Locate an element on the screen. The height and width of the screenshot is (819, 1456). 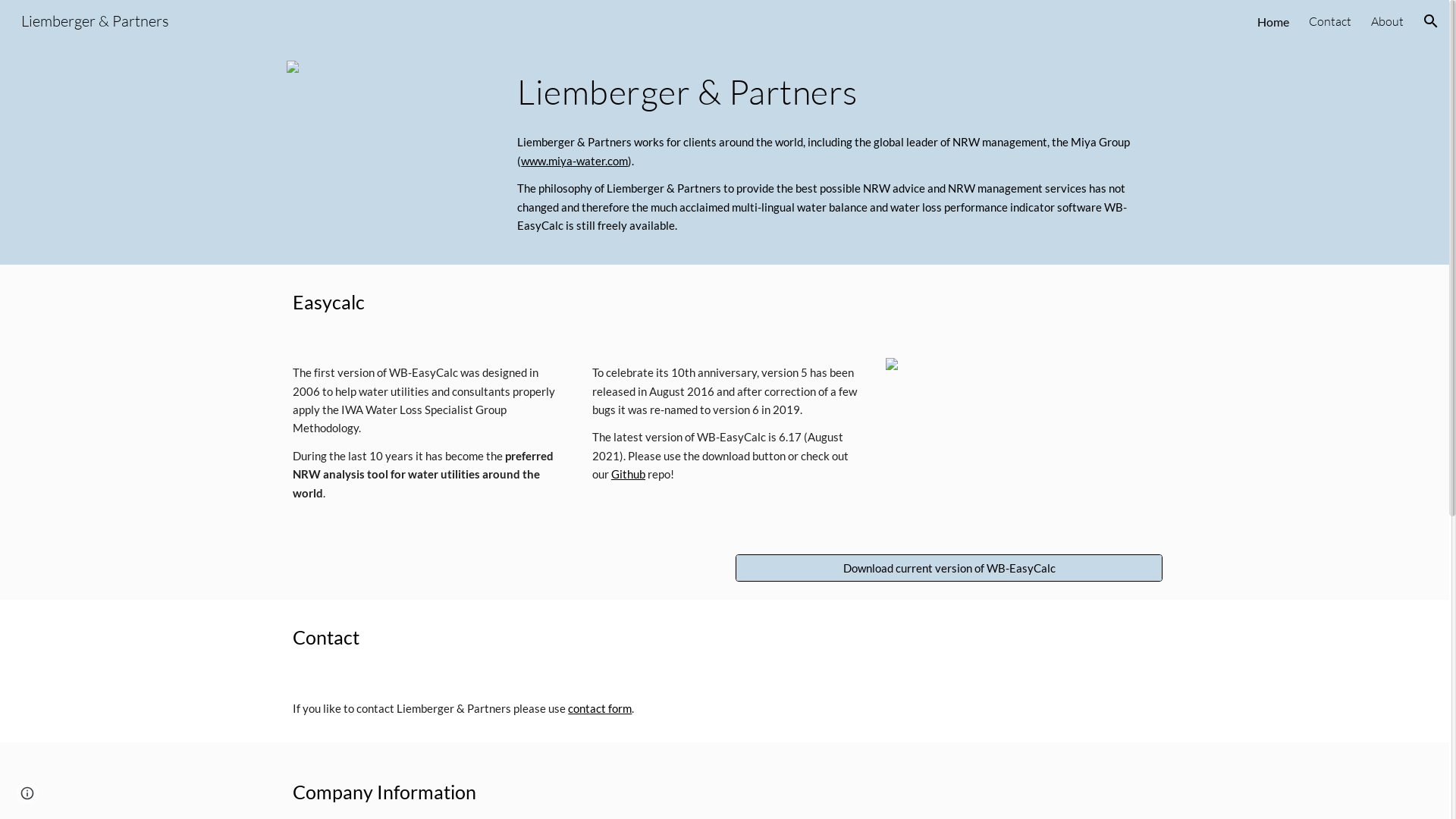
'Contact' is located at coordinates (1329, 20).